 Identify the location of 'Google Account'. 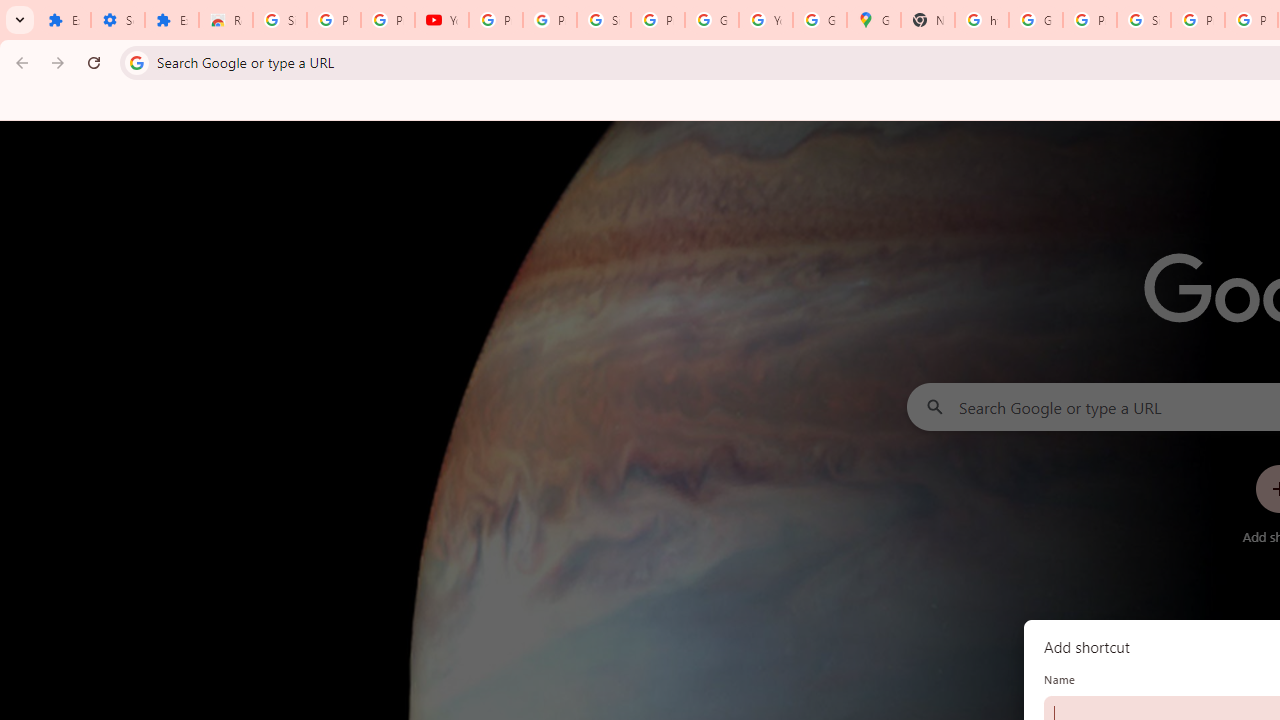
(711, 20).